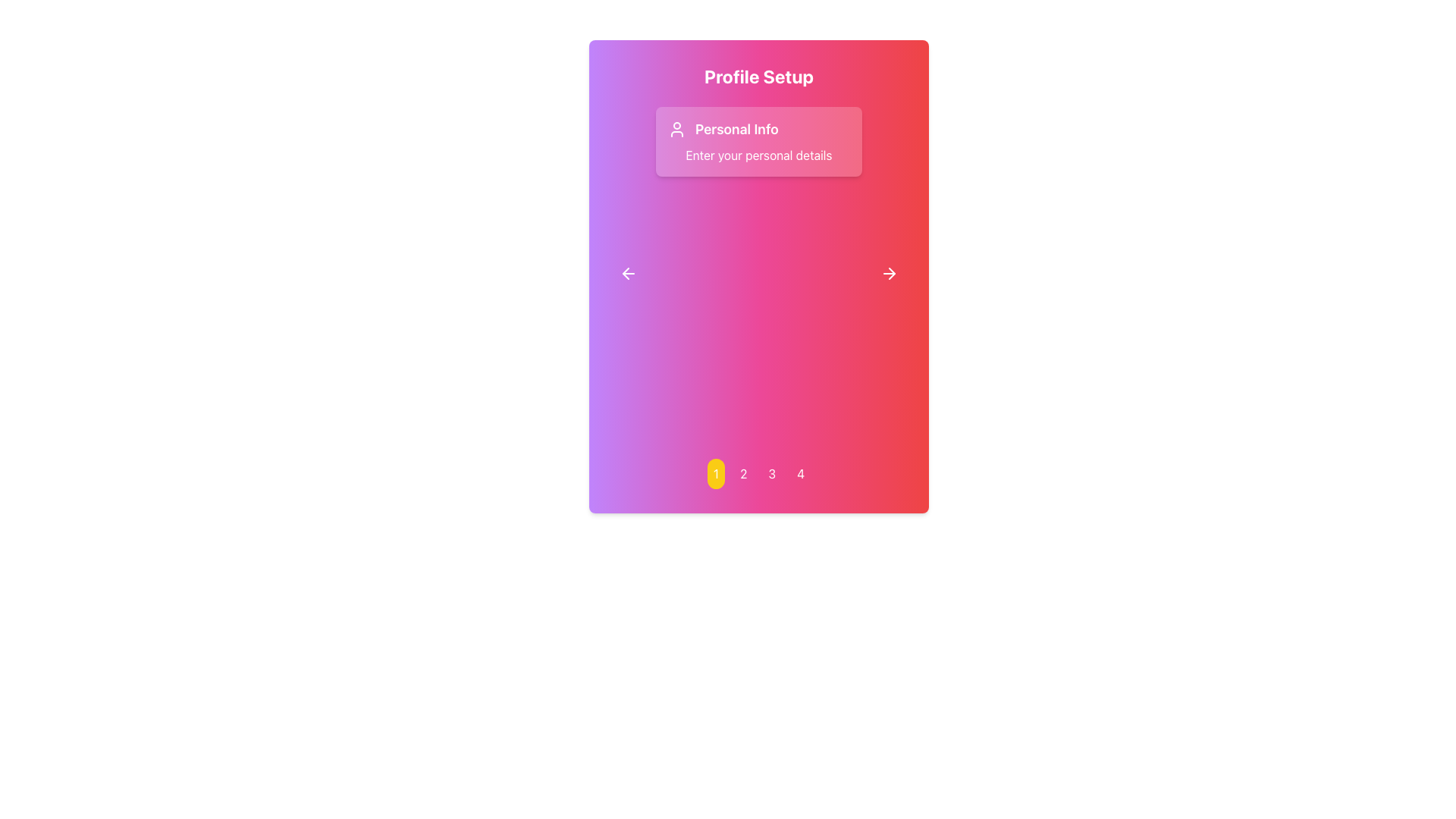 The height and width of the screenshot is (819, 1456). What do you see at coordinates (759, 76) in the screenshot?
I see `the header text element that serves as the title for the 'Profile Setup' process, which is located at the top center of a rectangular gradient-colored box` at bounding box center [759, 76].